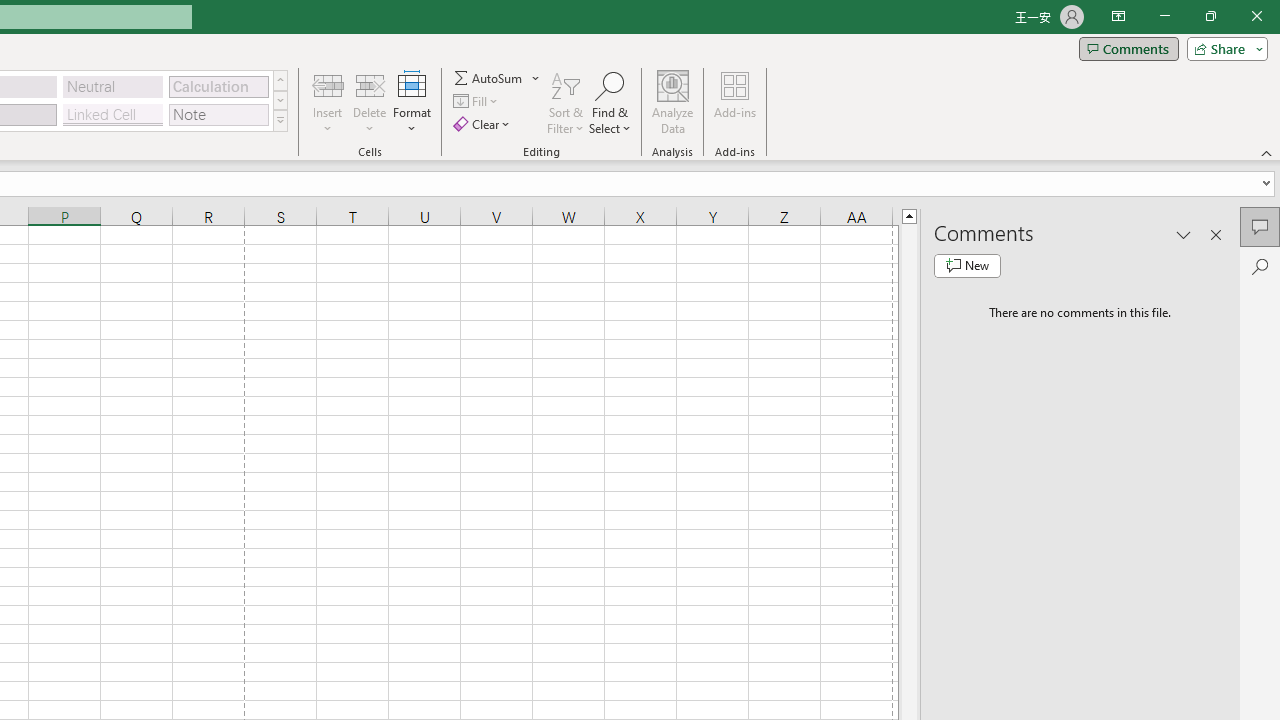 The height and width of the screenshot is (720, 1280). What do you see at coordinates (112, 85) in the screenshot?
I see `'Neutral'` at bounding box center [112, 85].